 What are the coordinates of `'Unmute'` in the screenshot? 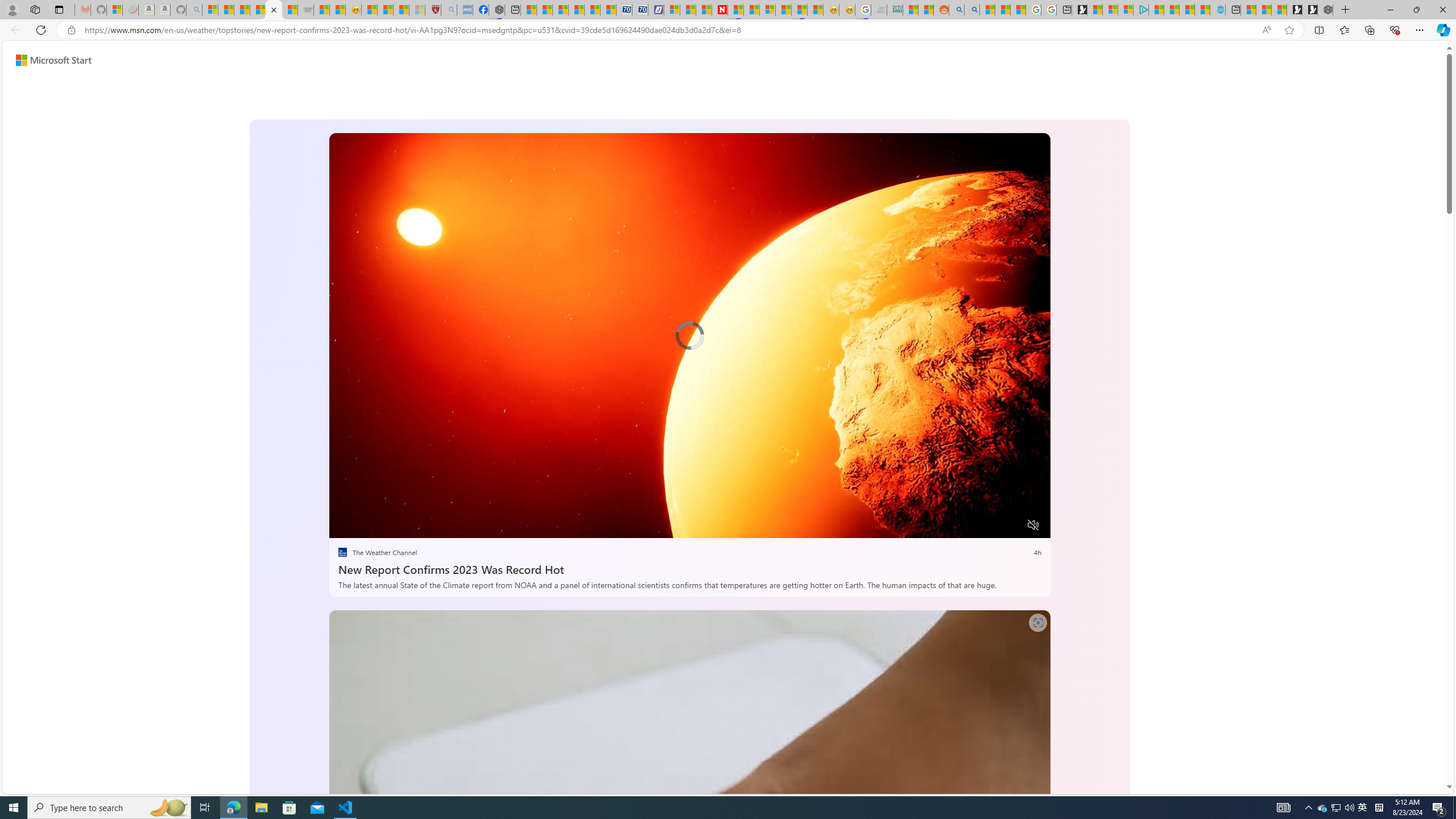 It's located at (1033, 524).